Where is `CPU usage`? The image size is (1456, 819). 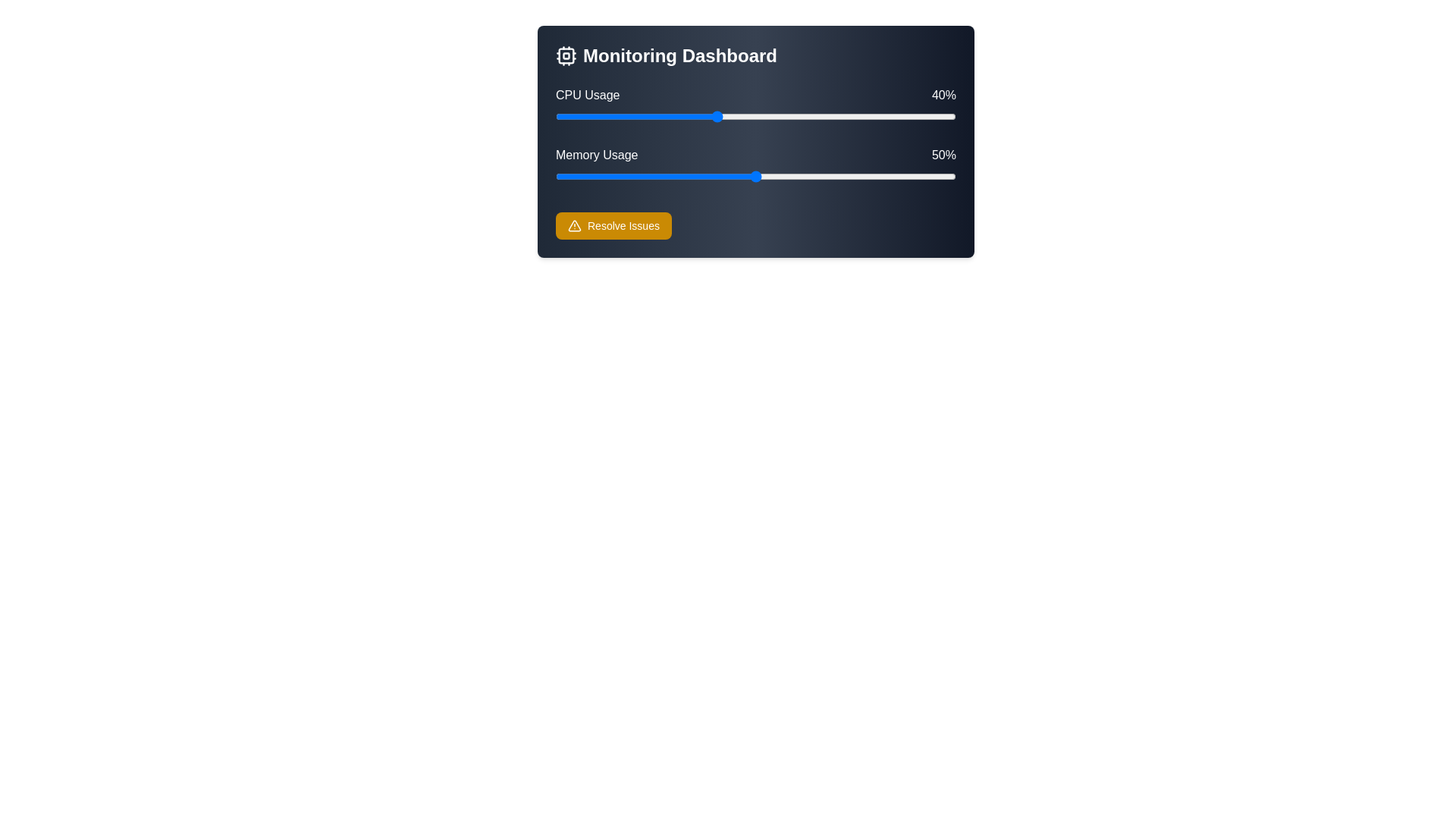
CPU usage is located at coordinates (715, 116).